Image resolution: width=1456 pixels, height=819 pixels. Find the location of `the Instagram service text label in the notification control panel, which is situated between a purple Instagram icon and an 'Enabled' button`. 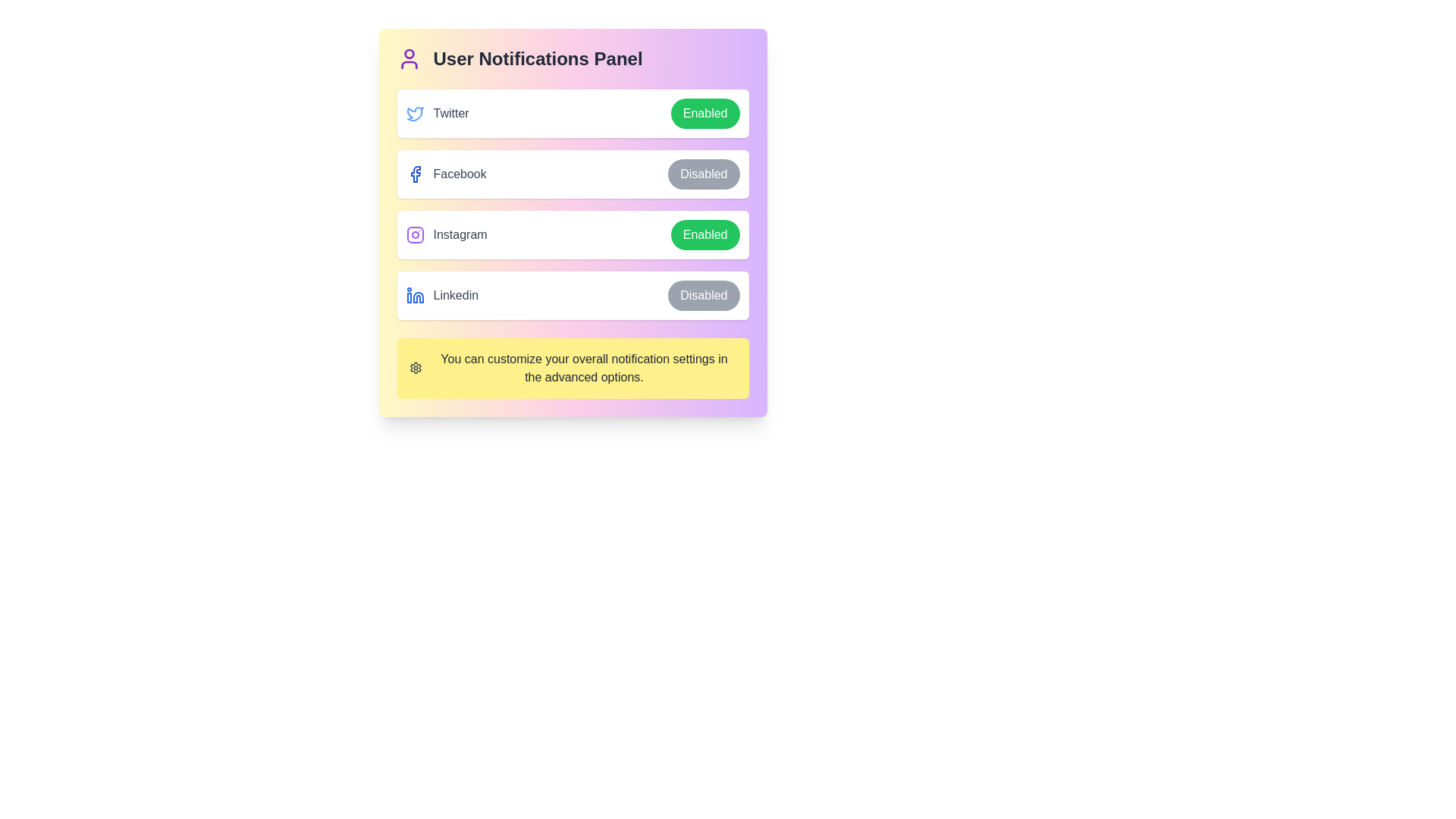

the Instagram service text label in the notification control panel, which is situated between a purple Instagram icon and an 'Enabled' button is located at coordinates (460, 234).